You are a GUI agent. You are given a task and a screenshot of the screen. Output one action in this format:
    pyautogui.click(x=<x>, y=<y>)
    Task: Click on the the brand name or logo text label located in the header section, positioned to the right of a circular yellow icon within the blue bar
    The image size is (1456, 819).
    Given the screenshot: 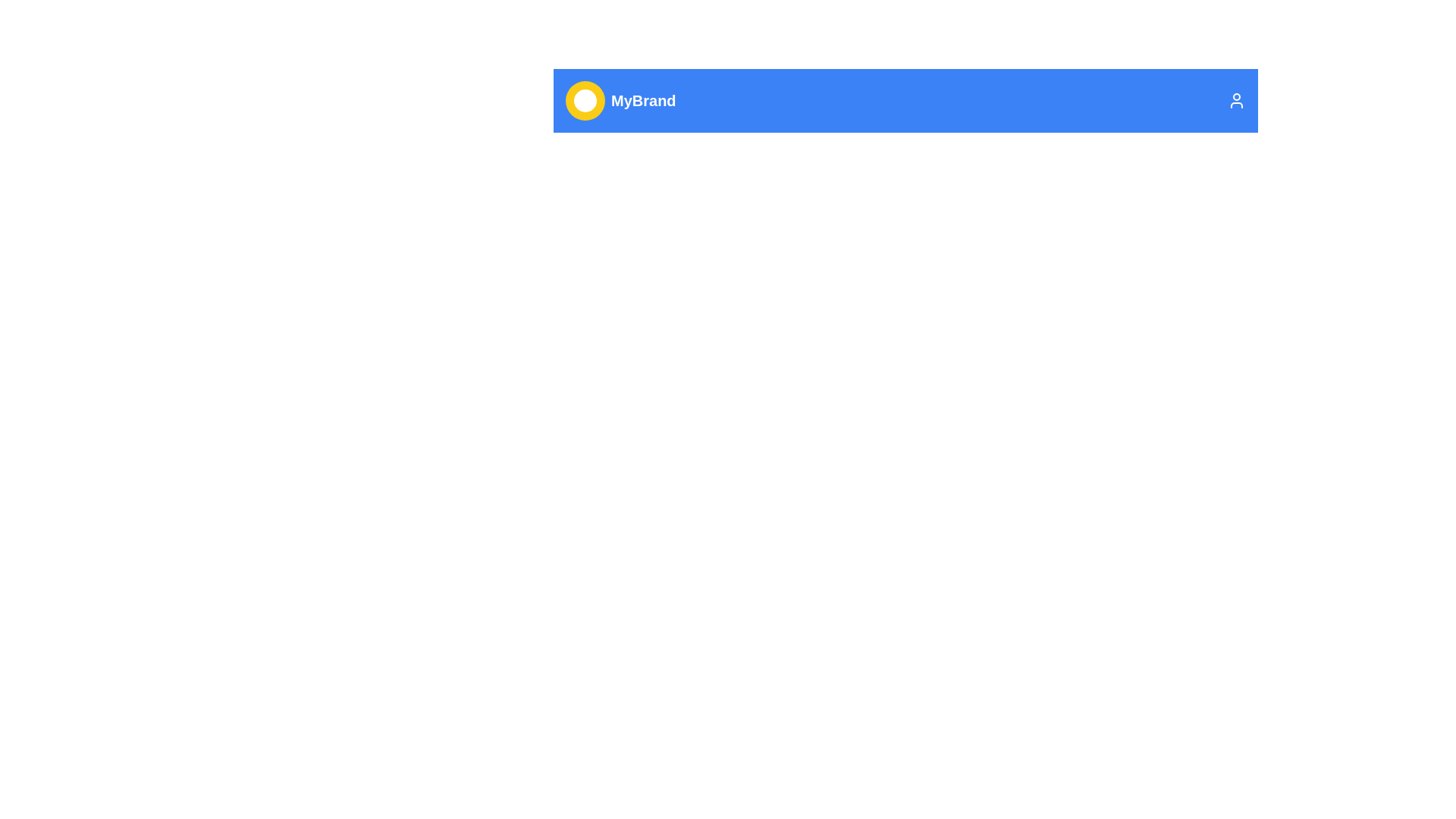 What is the action you would take?
    pyautogui.click(x=643, y=100)
    